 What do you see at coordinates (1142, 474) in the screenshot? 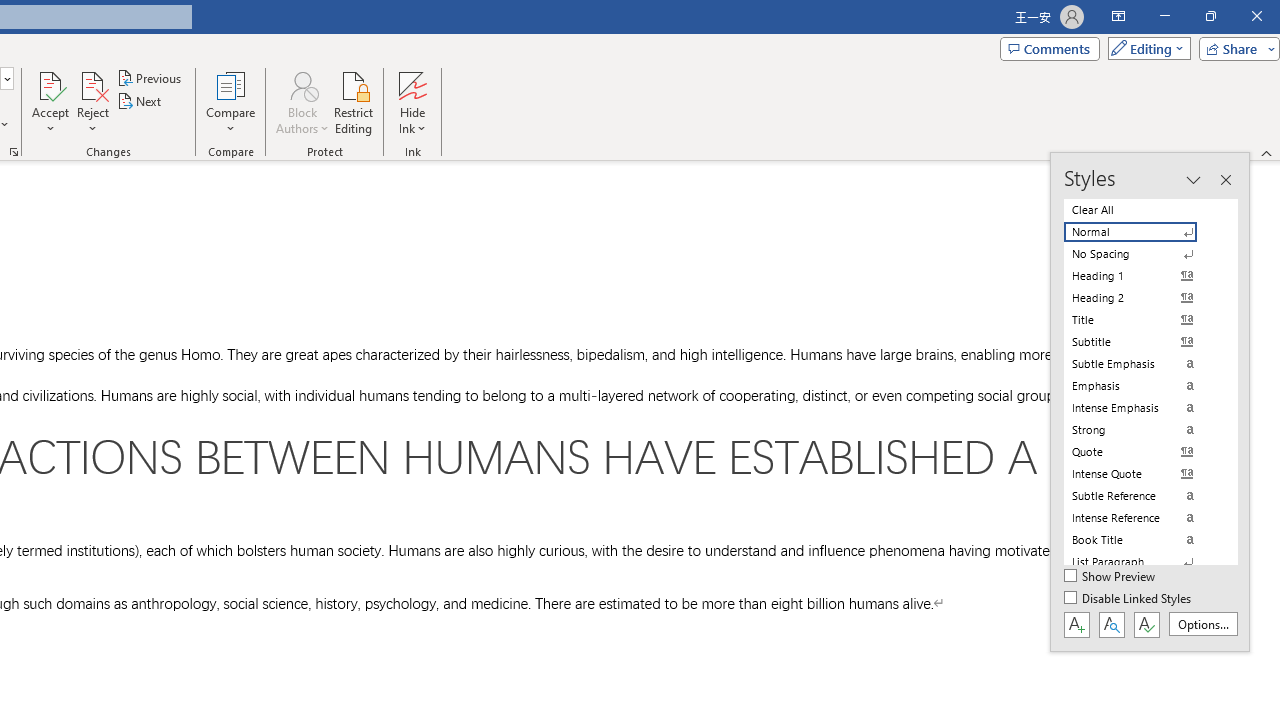
I see `'Intense Quote'` at bounding box center [1142, 474].